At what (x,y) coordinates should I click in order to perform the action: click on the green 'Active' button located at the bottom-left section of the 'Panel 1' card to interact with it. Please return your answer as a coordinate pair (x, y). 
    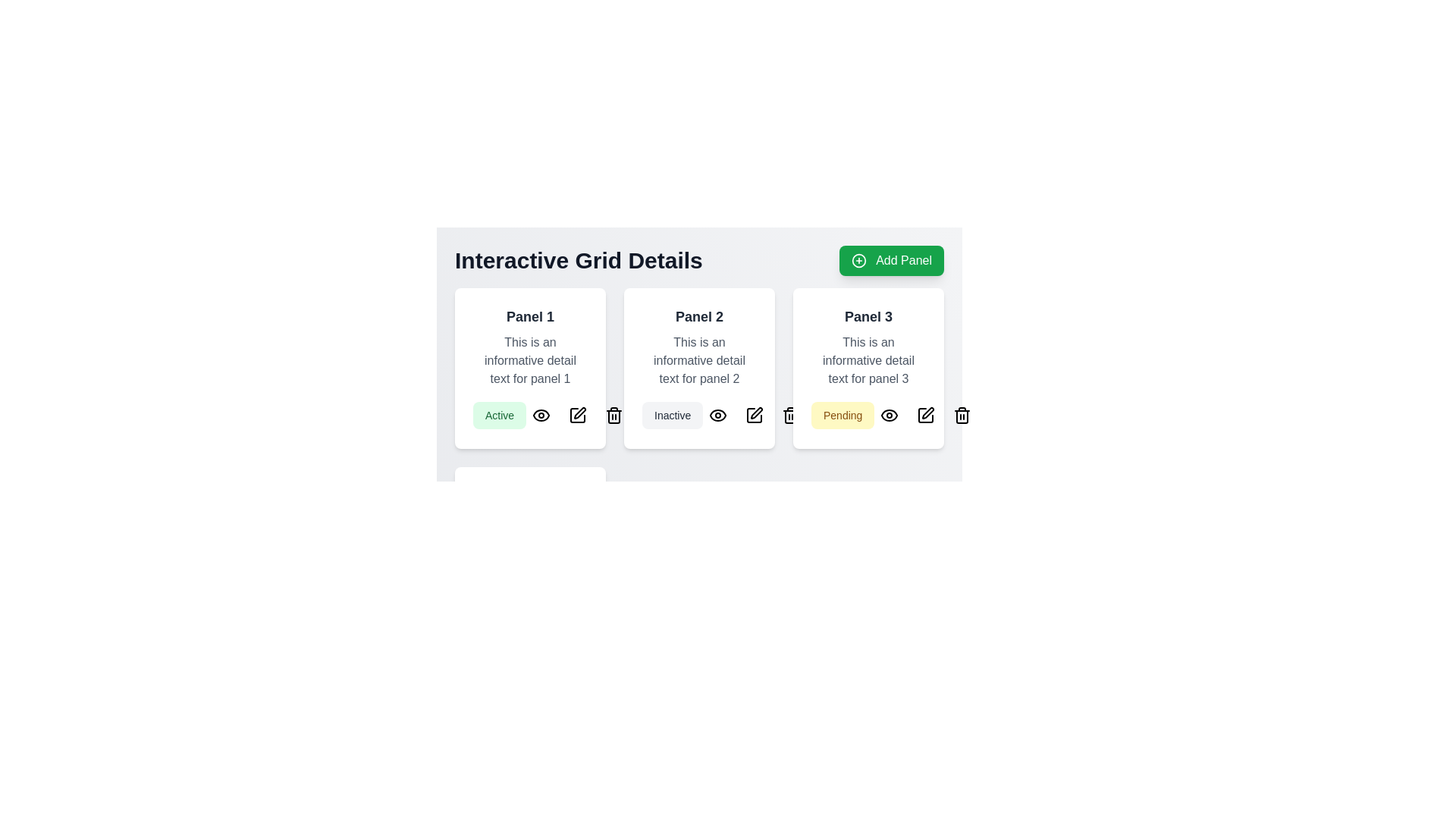
    Looking at the image, I should click on (530, 415).